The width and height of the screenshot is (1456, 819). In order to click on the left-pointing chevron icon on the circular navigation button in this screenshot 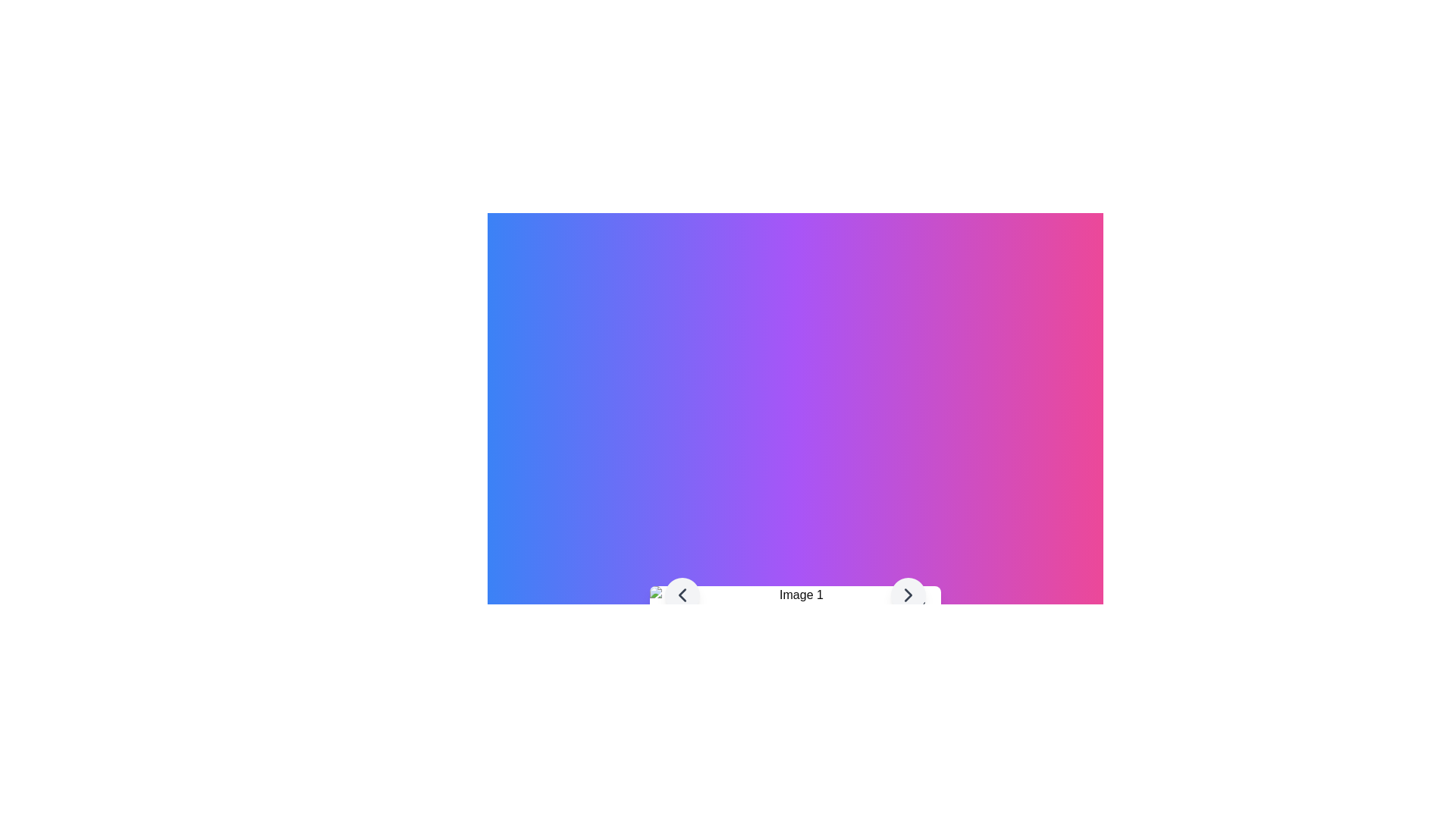, I will do `click(682, 595)`.